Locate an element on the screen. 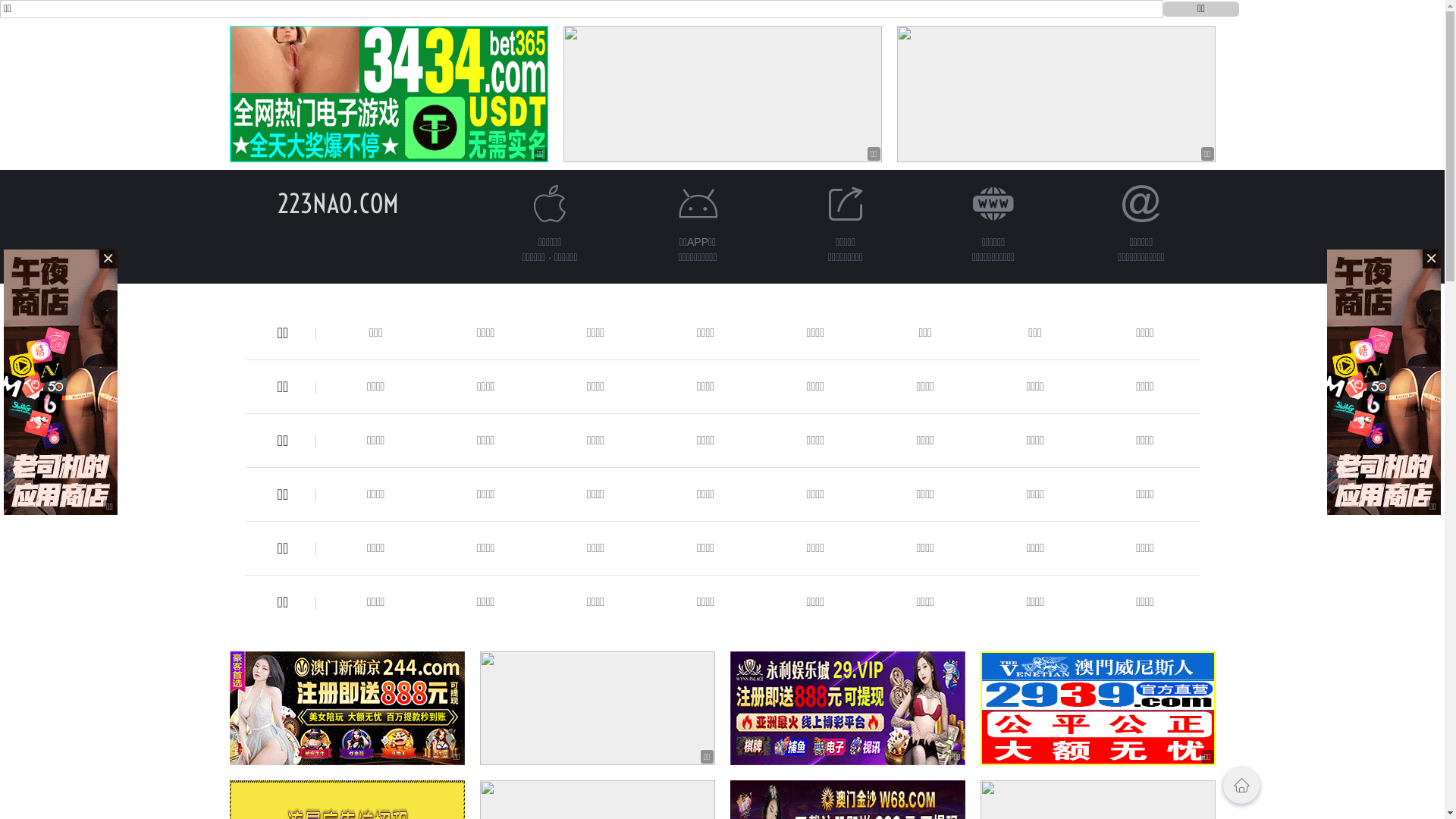 The width and height of the screenshot is (1456, 819). '223NAO.COM' is located at coordinates (277, 202).